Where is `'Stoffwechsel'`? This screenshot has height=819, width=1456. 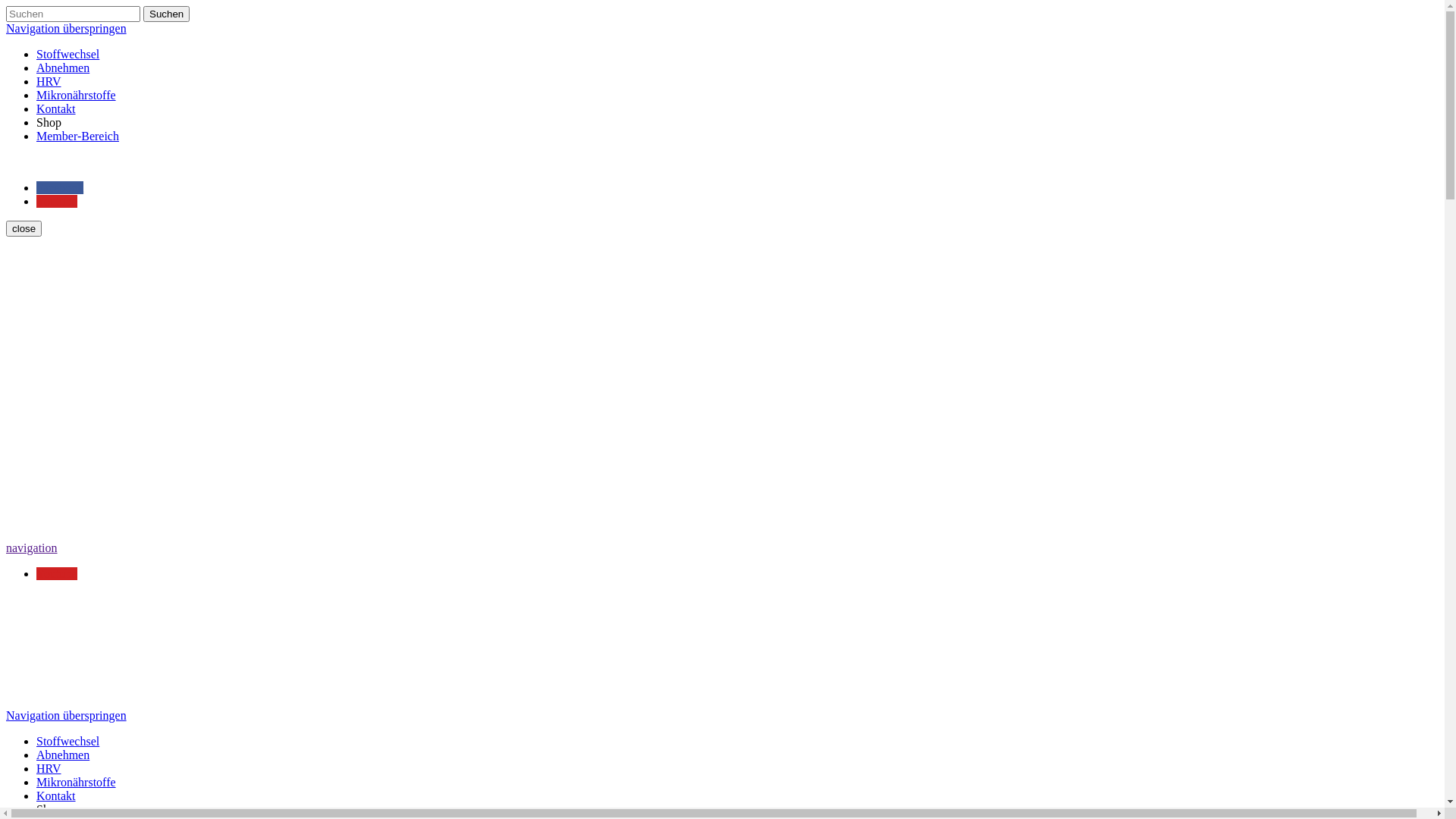 'Stoffwechsel' is located at coordinates (67, 53).